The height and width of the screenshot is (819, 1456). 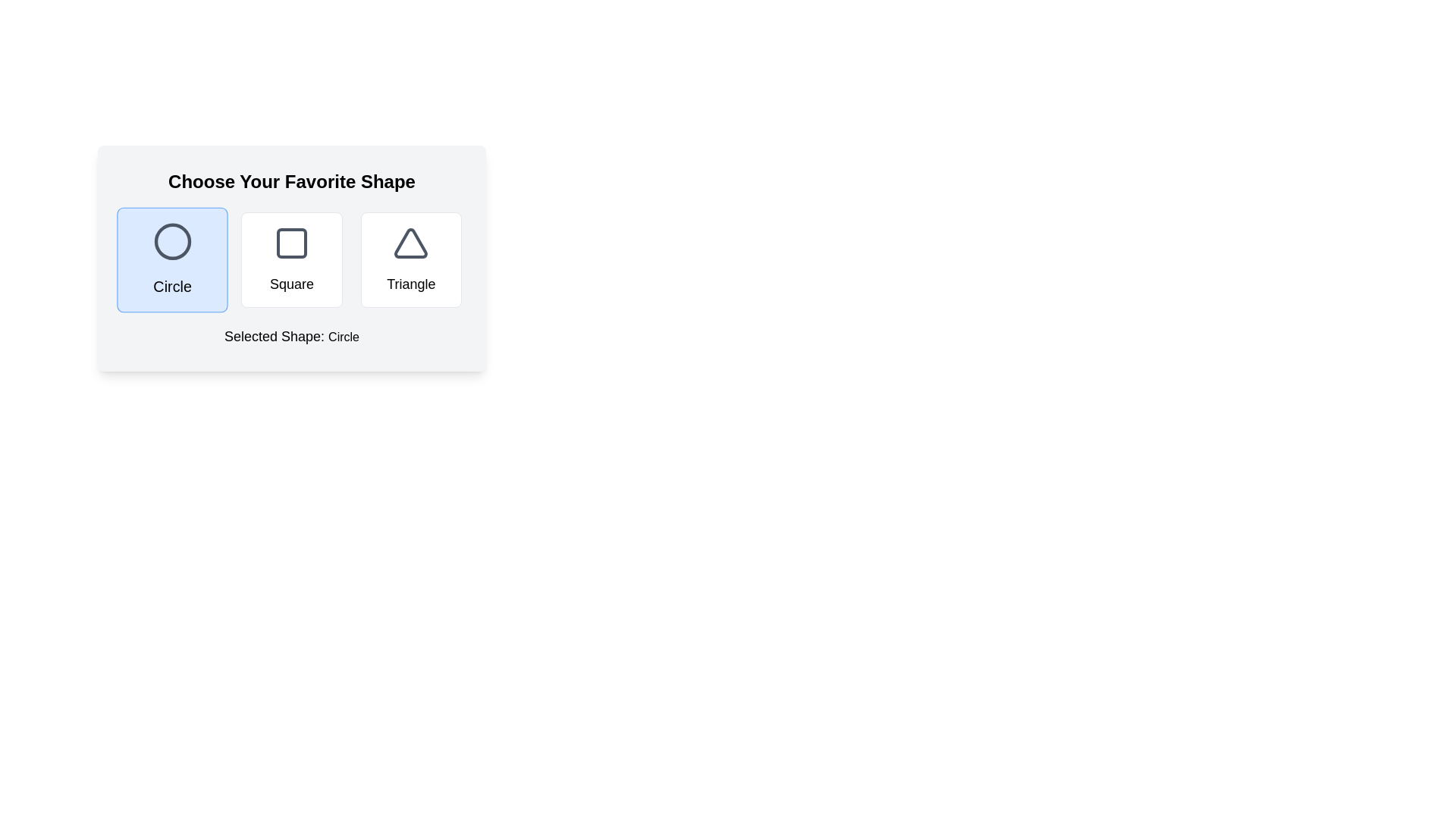 I want to click on the graphic component, which is a small square with rounded corners located at the center of a larger square, so click(x=291, y=242).